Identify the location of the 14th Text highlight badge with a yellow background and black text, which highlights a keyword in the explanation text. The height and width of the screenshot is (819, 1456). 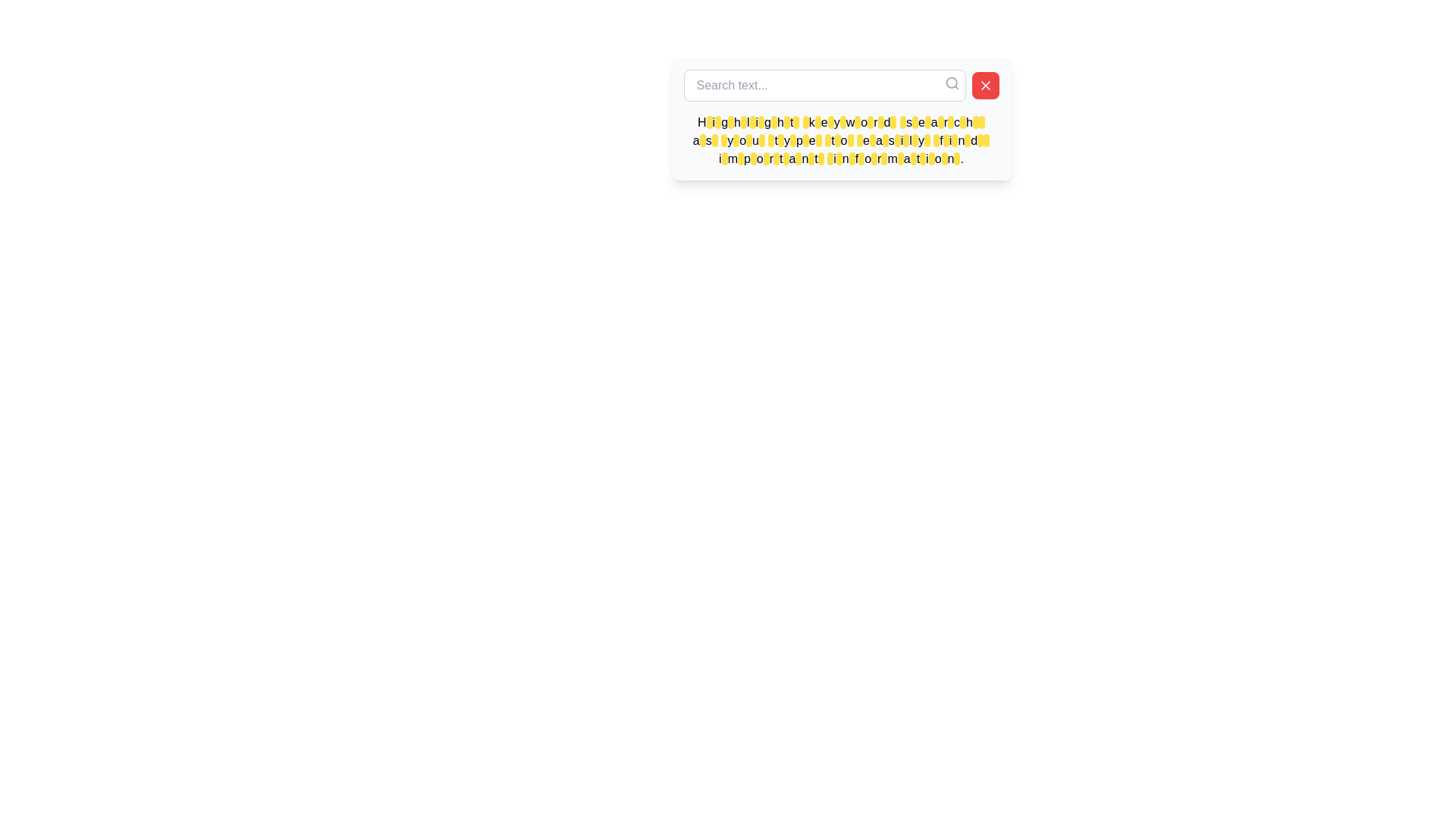
(858, 121).